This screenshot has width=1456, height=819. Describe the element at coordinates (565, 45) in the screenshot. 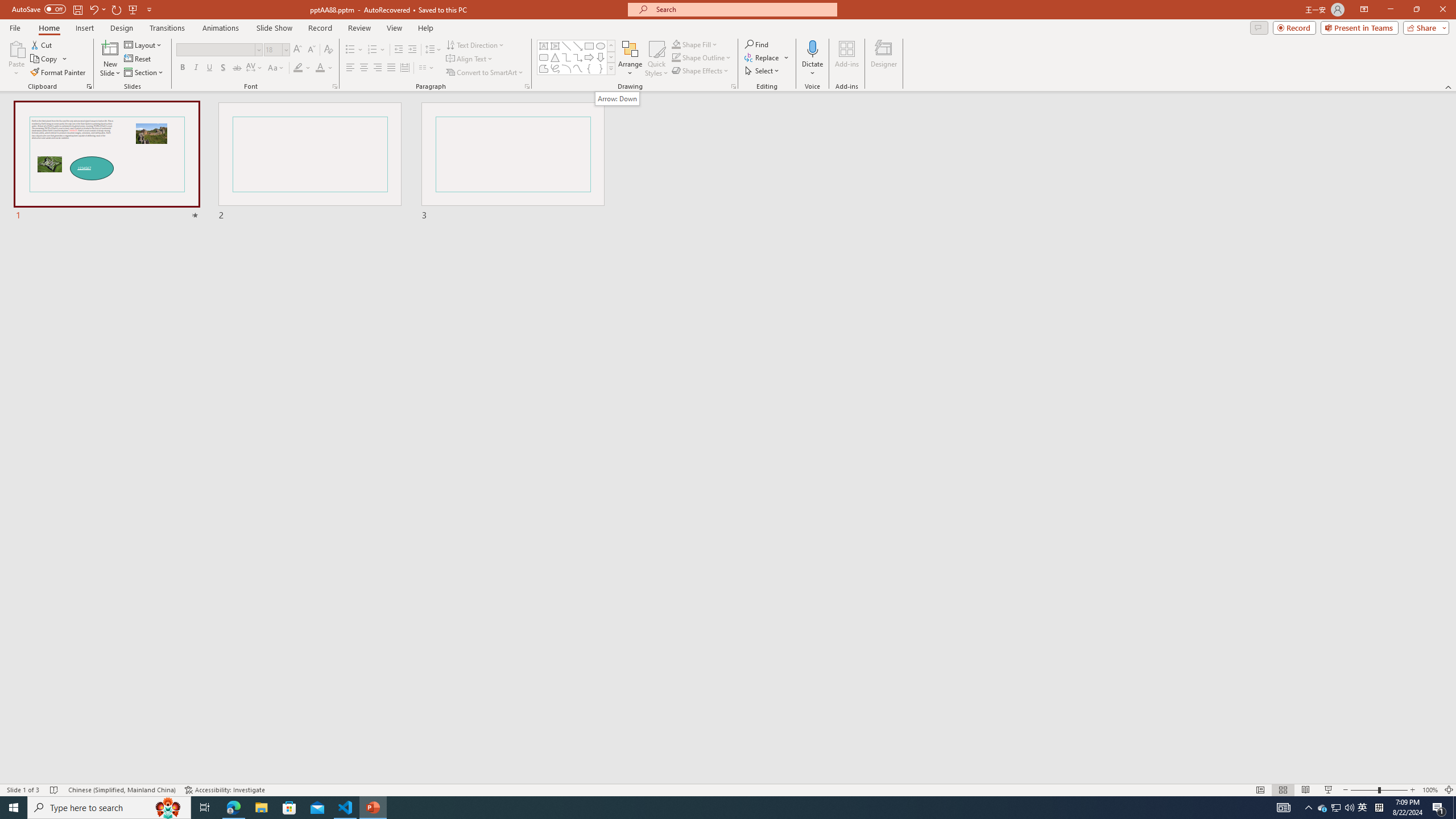

I see `'Line'` at that location.